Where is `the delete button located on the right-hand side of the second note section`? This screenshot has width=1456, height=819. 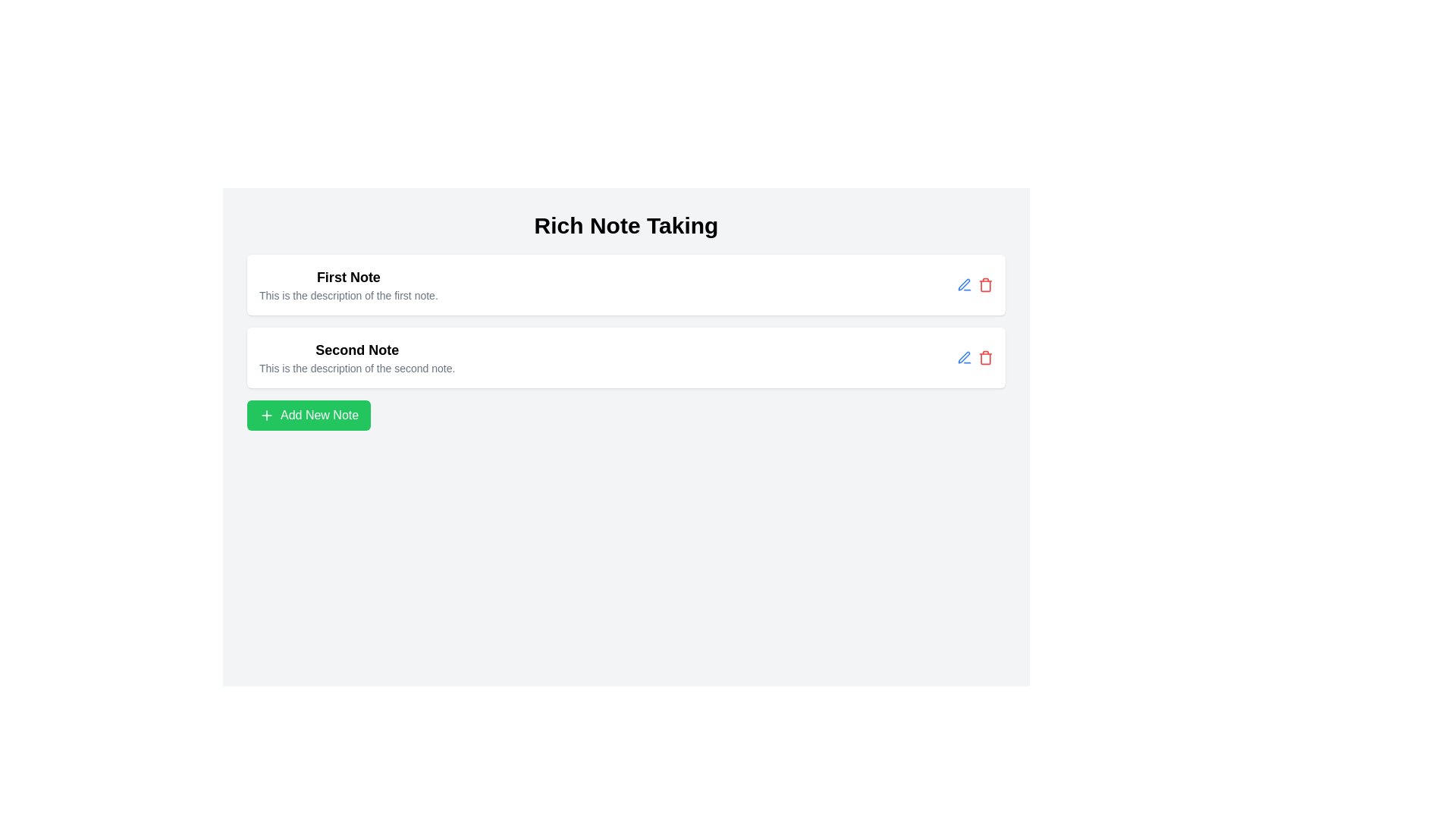
the delete button located on the right-hand side of the second note section is located at coordinates (986, 357).